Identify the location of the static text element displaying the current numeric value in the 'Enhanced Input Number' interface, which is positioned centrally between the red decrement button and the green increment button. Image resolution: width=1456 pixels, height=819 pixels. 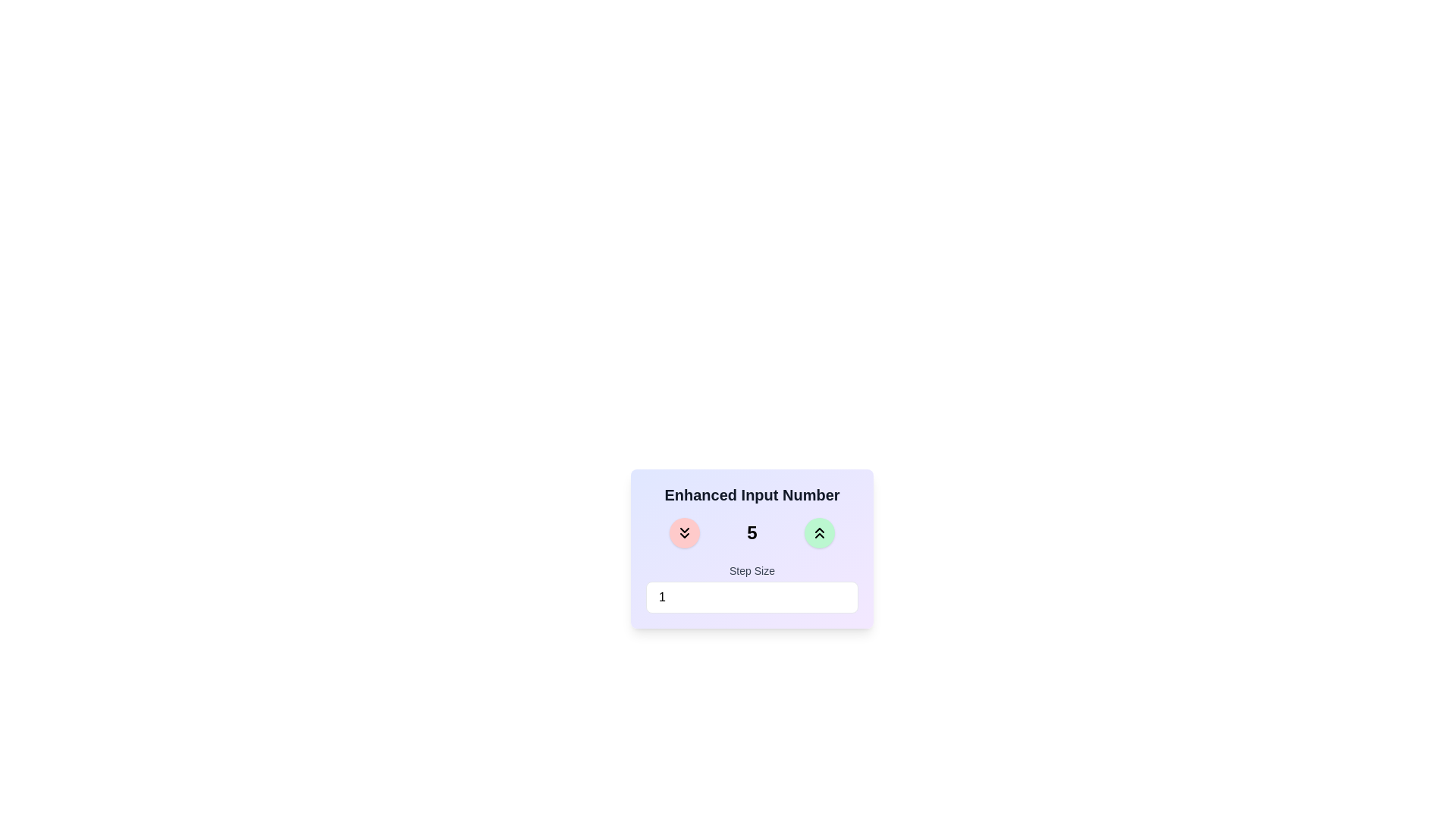
(752, 532).